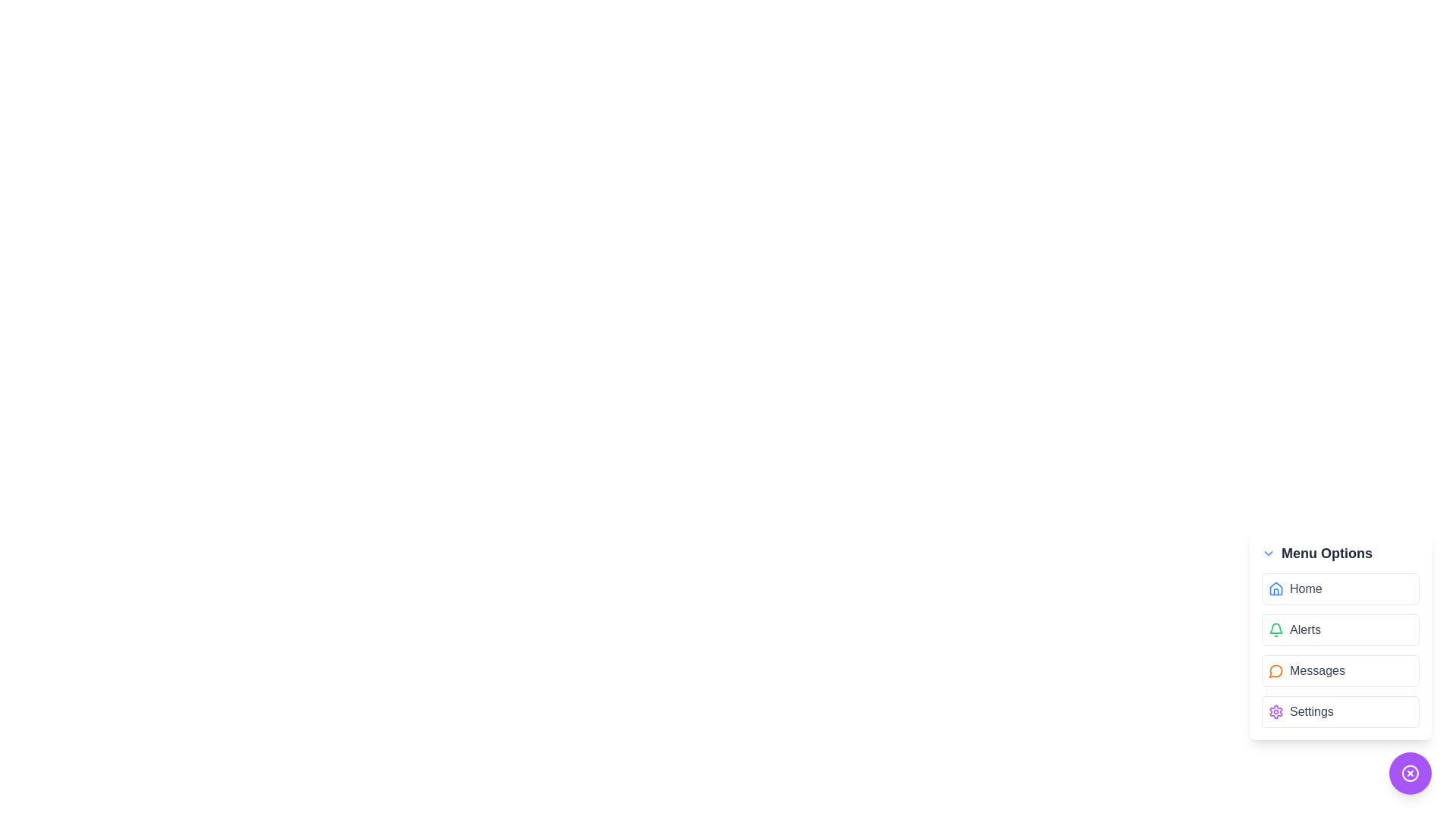 This screenshot has width=1456, height=819. Describe the element at coordinates (1340, 662) in the screenshot. I see `the 'Messages' item within the Interactive menu button located at the bottom-right corner of the interface for navigation` at that location.